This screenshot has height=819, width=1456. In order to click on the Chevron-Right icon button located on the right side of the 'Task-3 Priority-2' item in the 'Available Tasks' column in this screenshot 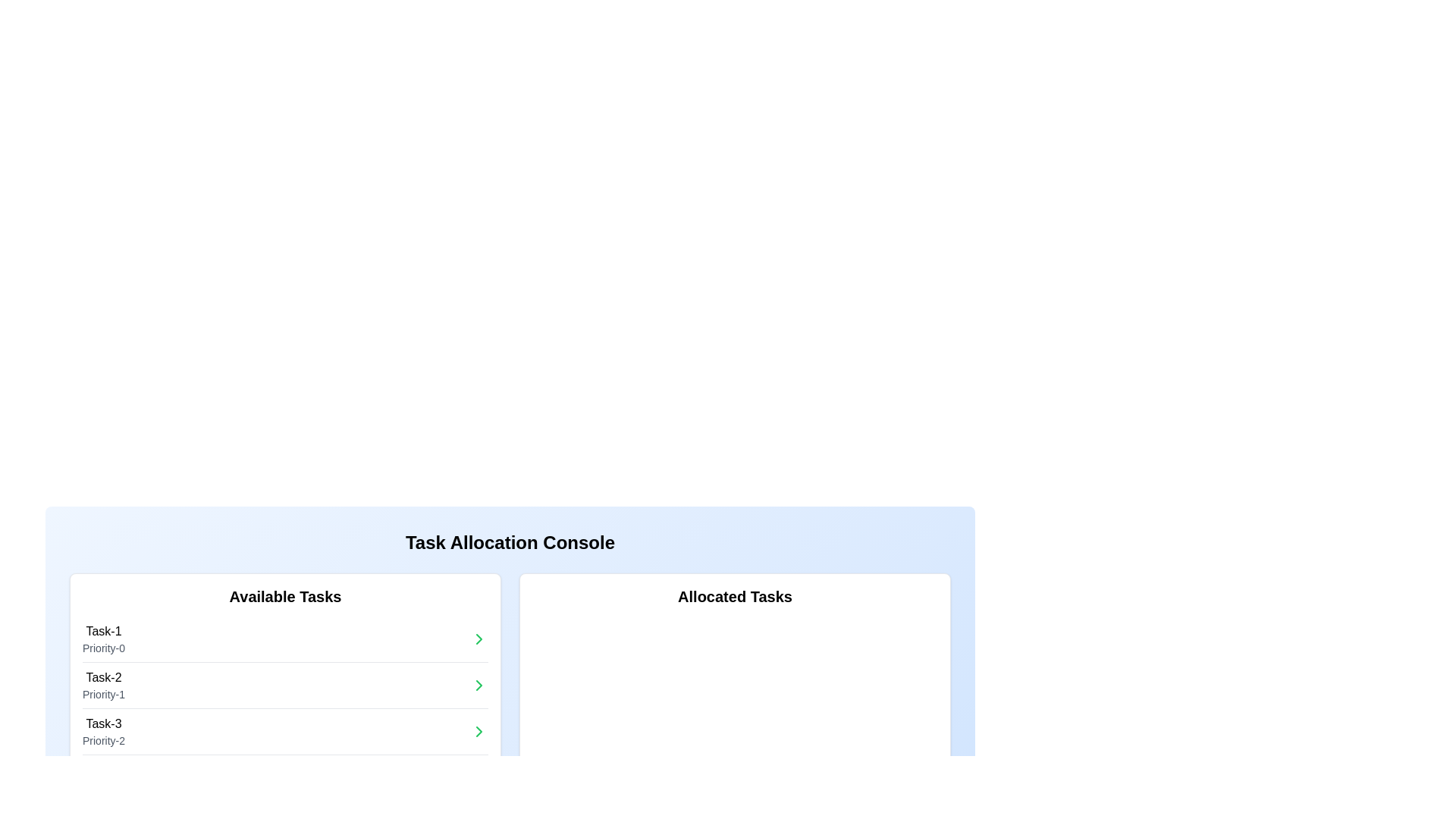, I will do `click(479, 730)`.